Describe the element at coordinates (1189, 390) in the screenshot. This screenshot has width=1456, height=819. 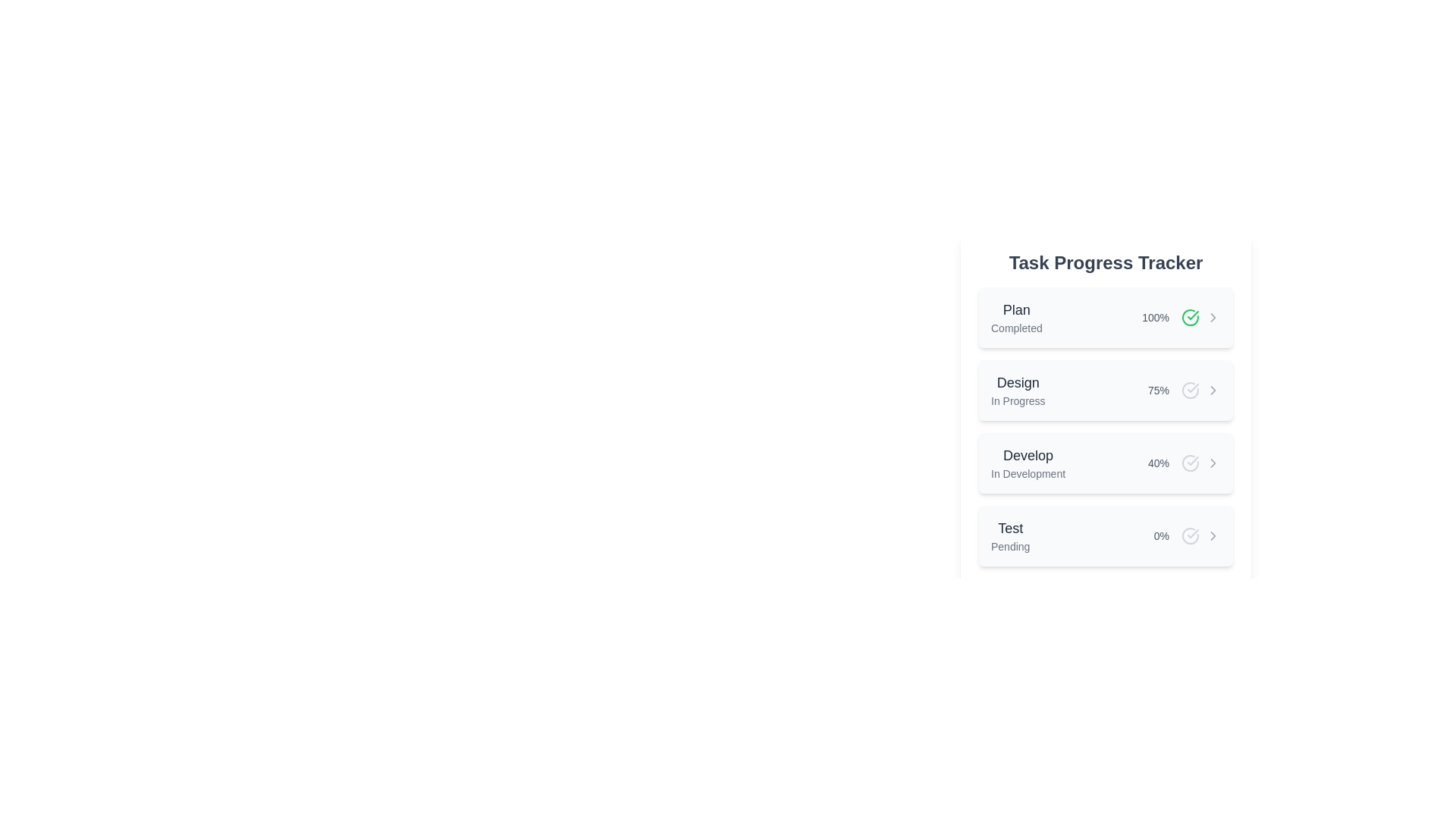
I see `the circular icon with a check mark inside, located in the 'Design' section, to mark progress` at that location.